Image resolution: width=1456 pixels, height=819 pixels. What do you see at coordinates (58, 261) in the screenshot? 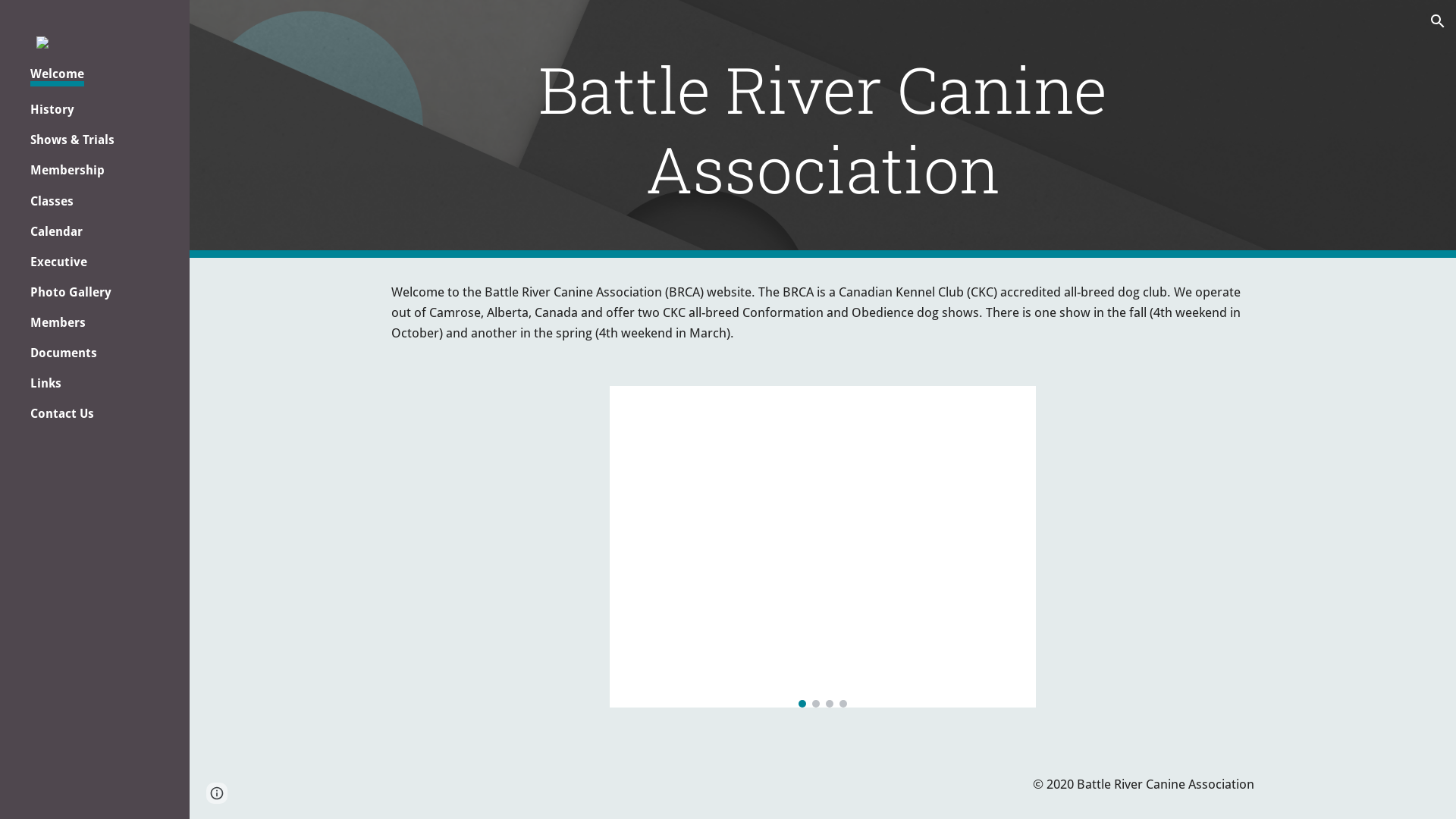
I see `'Executive'` at bounding box center [58, 261].